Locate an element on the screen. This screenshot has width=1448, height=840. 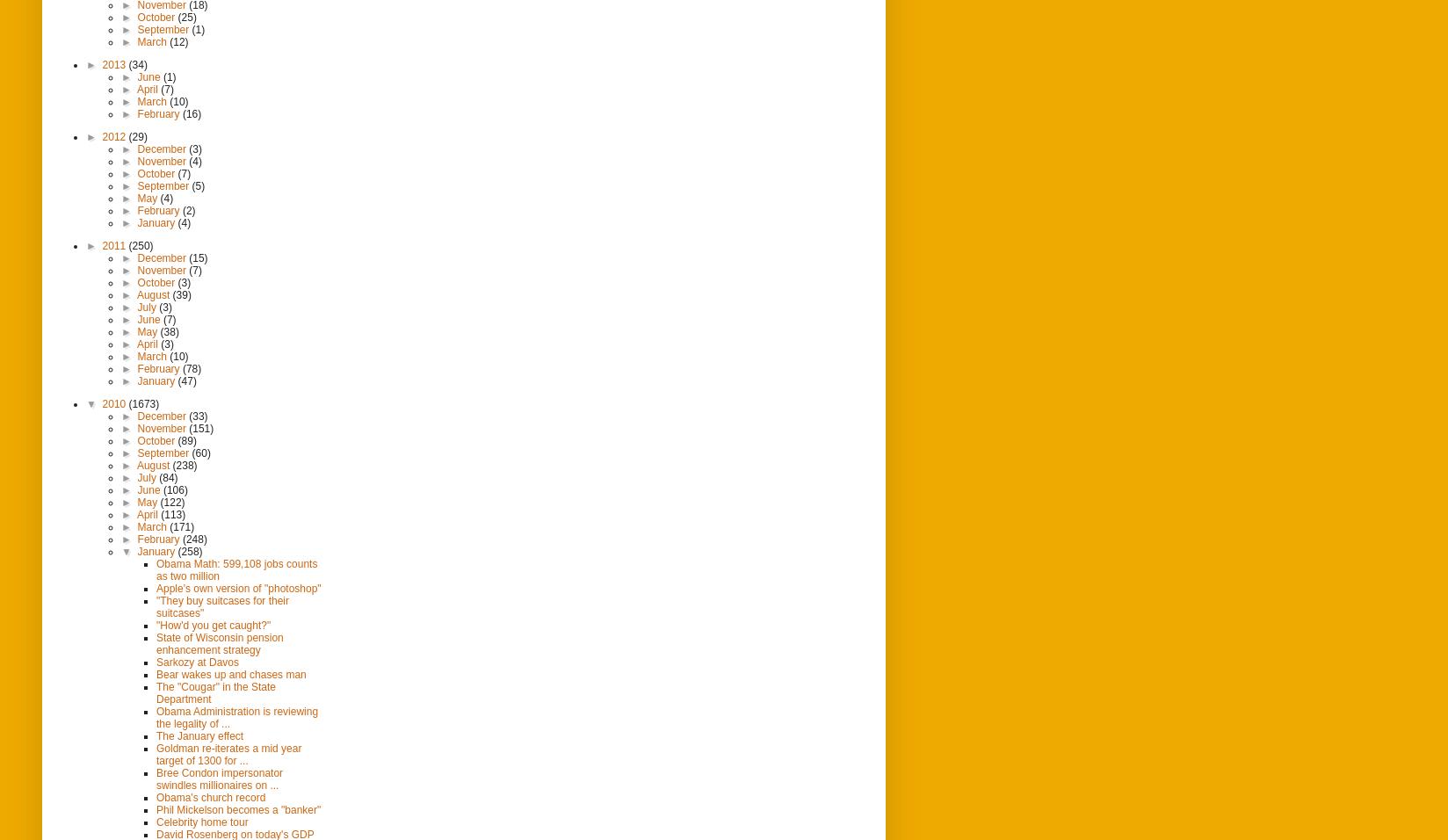
'(89)' is located at coordinates (185, 439).